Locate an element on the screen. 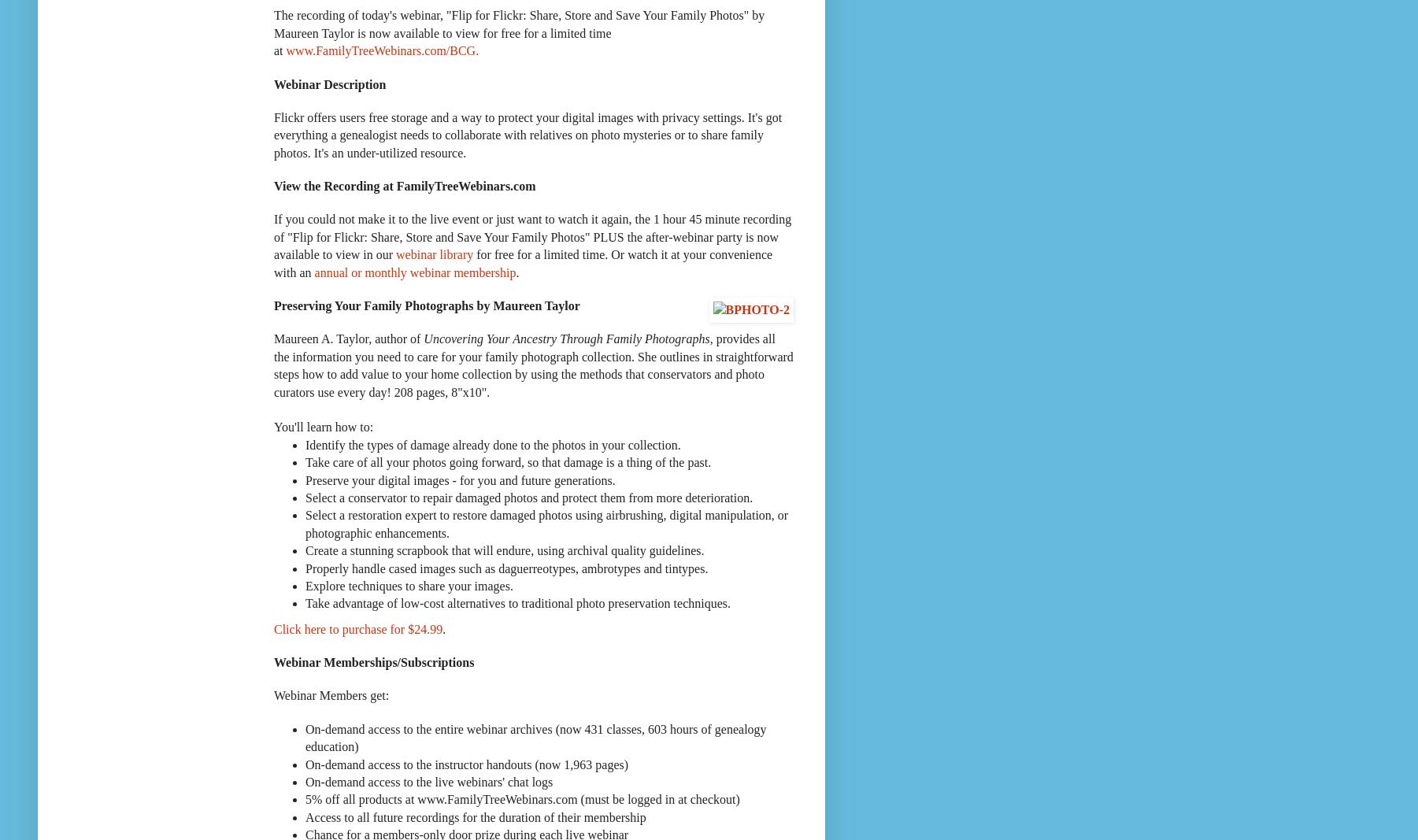  'Properly handle cased images such as daguerreotypes, ambrotypes and tintypes.' is located at coordinates (305, 567).